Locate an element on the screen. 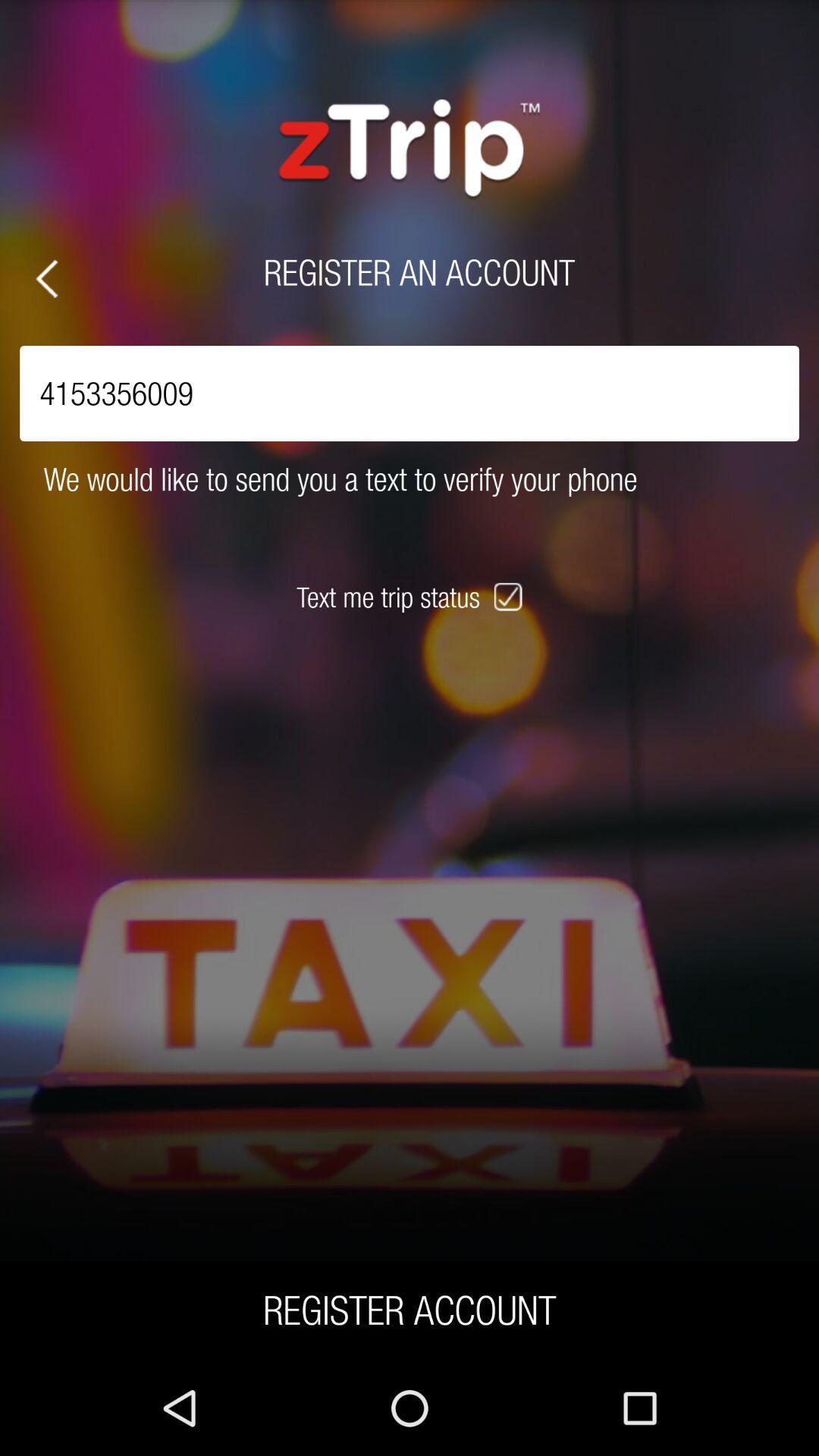 The height and width of the screenshot is (1456, 819). item next to the register an account item is located at coordinates (45, 278).